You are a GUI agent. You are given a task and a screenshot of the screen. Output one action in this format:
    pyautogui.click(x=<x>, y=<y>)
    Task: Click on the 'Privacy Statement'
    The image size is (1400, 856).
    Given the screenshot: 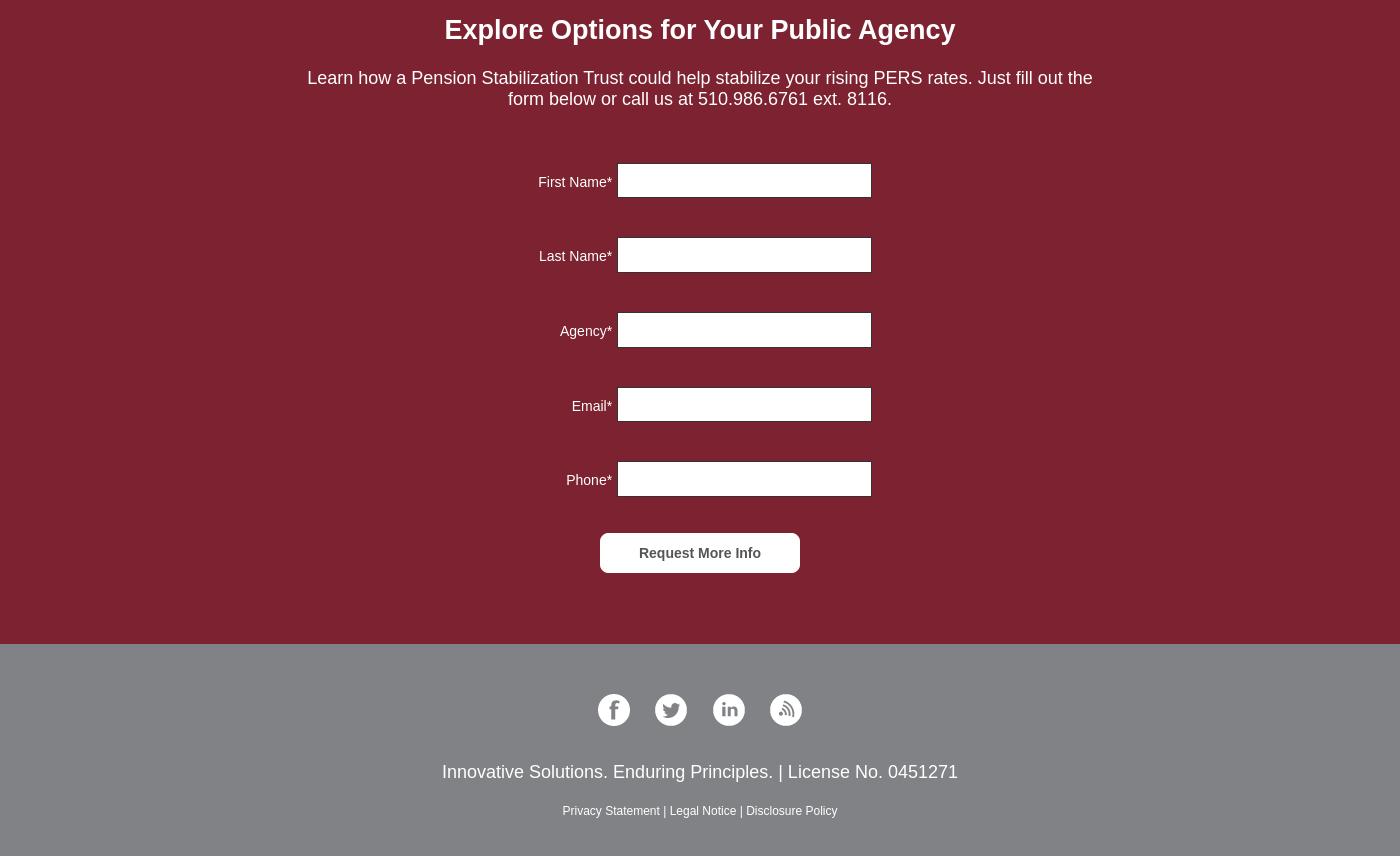 What is the action you would take?
    pyautogui.click(x=610, y=810)
    